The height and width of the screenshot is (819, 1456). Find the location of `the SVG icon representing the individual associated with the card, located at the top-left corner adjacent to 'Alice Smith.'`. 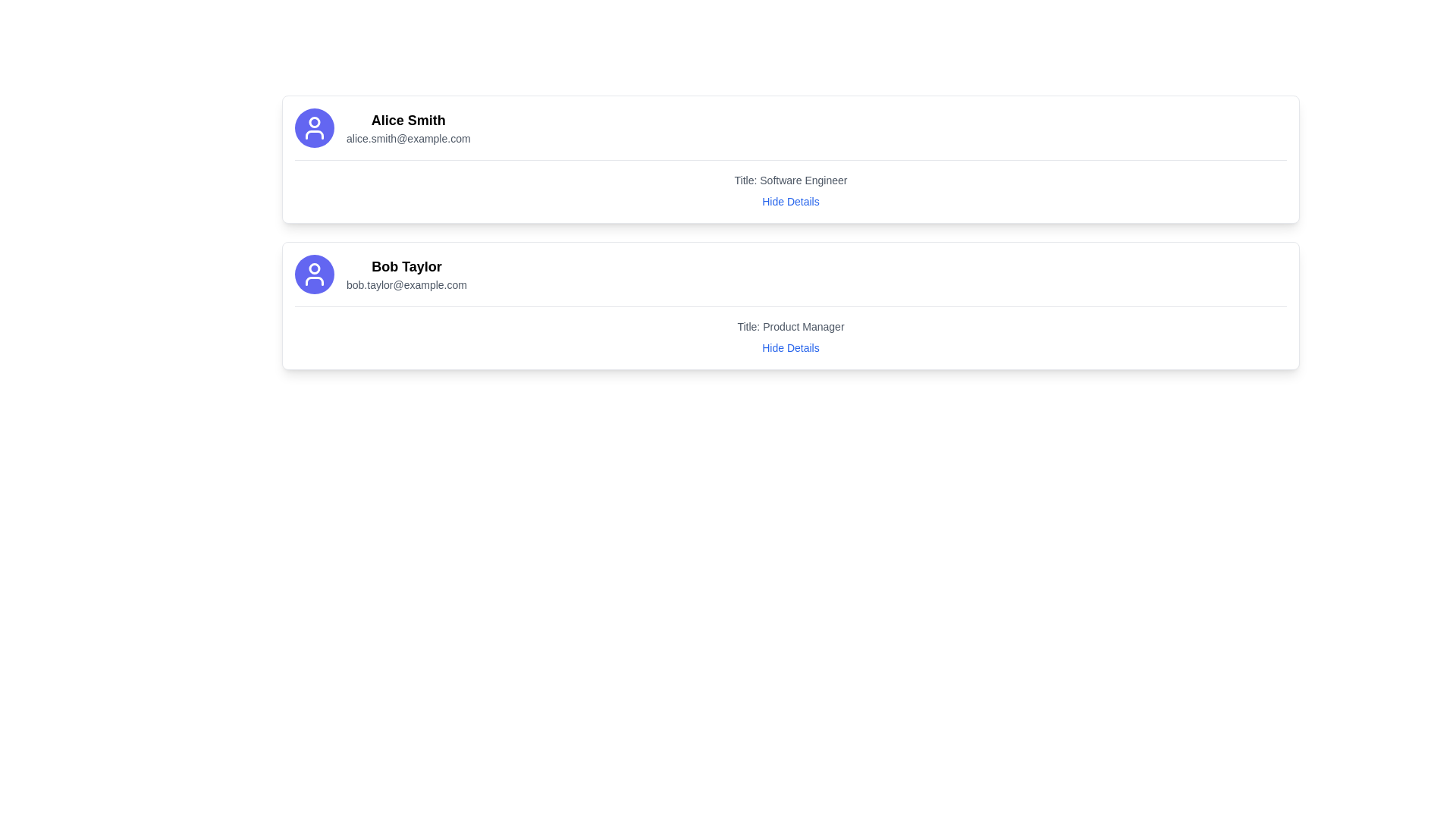

the SVG icon representing the individual associated with the card, located at the top-left corner adjacent to 'Alice Smith.' is located at coordinates (313, 127).